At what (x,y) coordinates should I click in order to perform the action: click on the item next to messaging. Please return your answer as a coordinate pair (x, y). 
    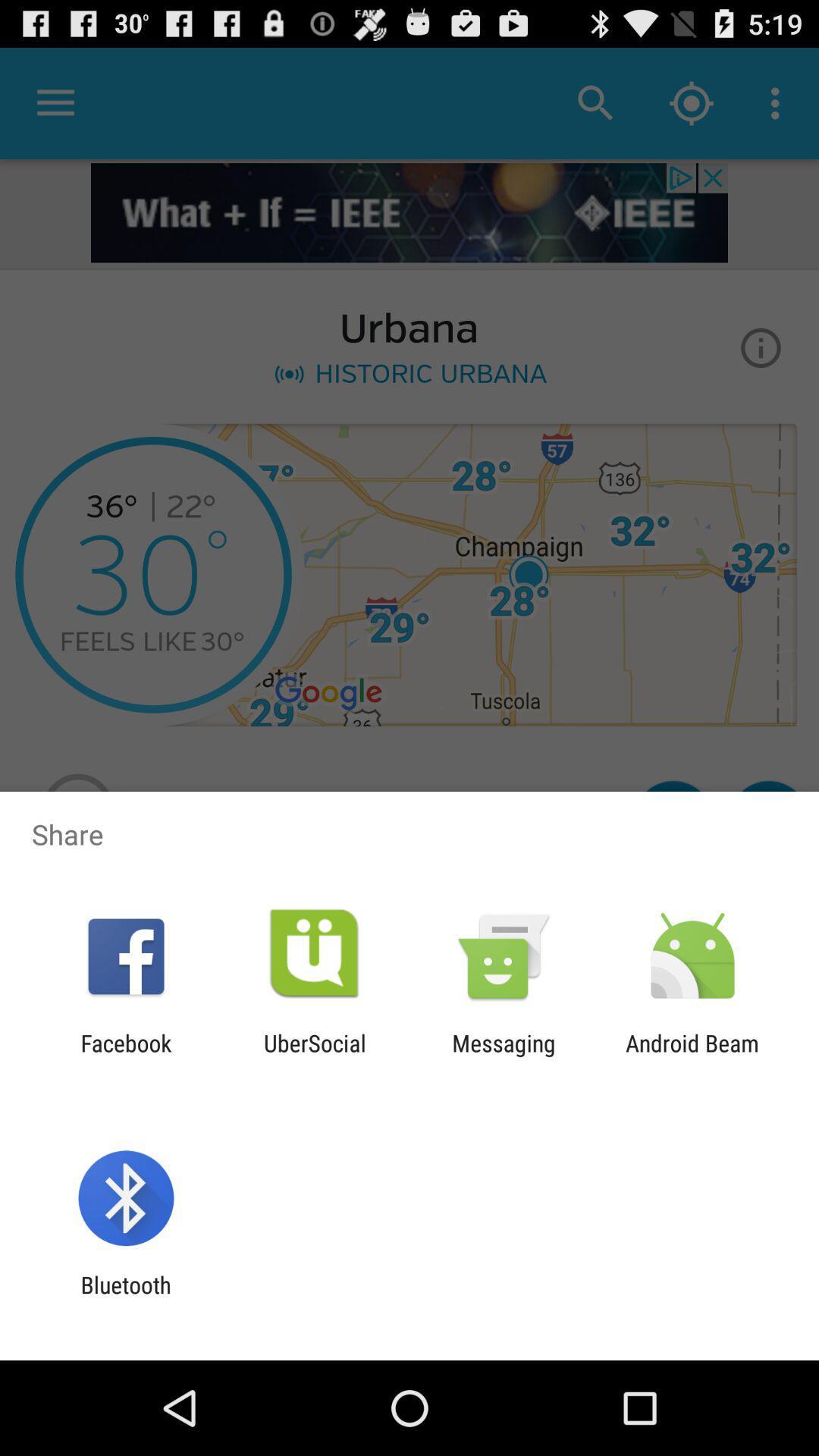
    Looking at the image, I should click on (314, 1056).